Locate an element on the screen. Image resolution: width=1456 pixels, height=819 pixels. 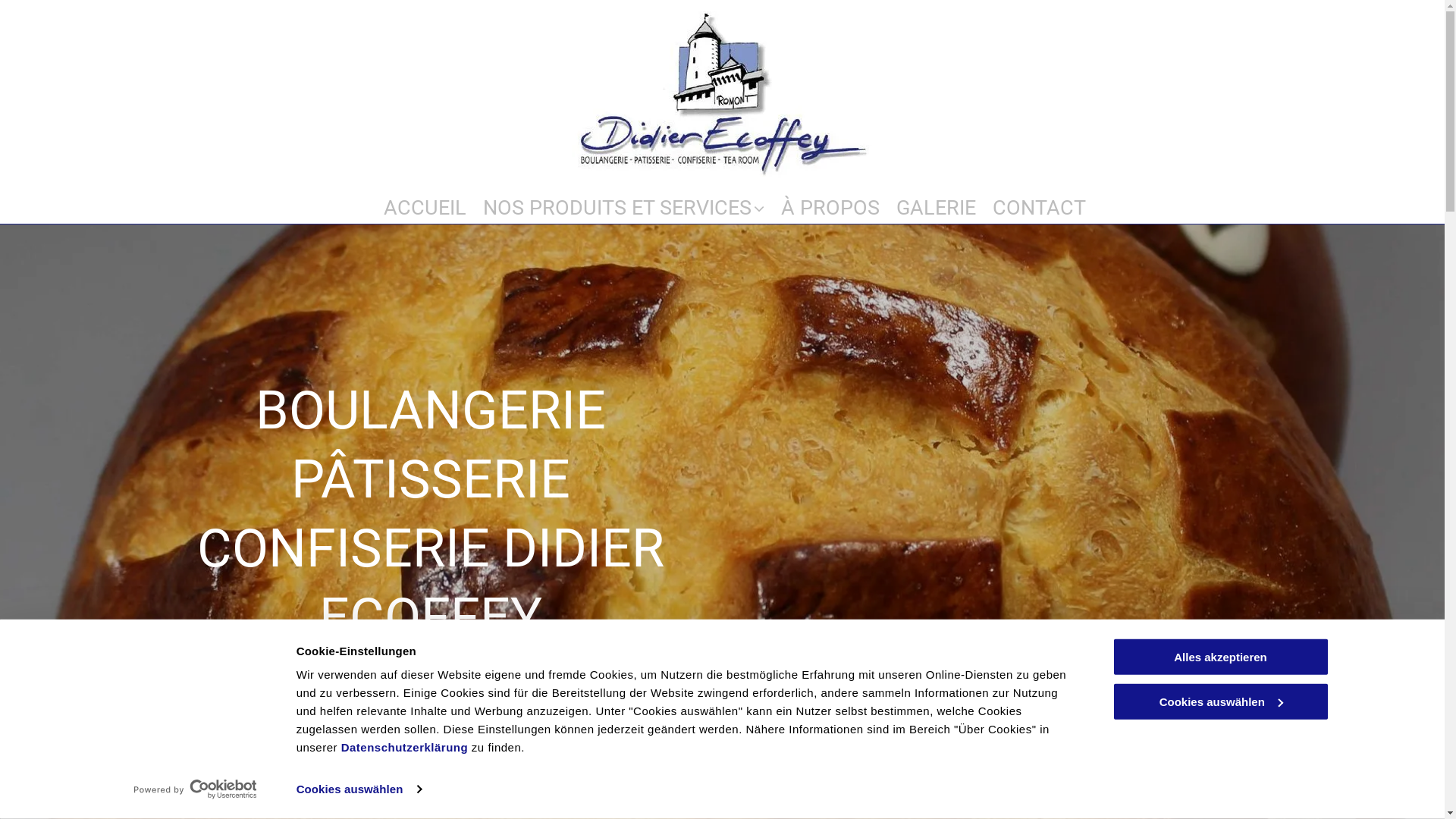
'NOS PRODUITS ET SERVICES' is located at coordinates (623, 199).